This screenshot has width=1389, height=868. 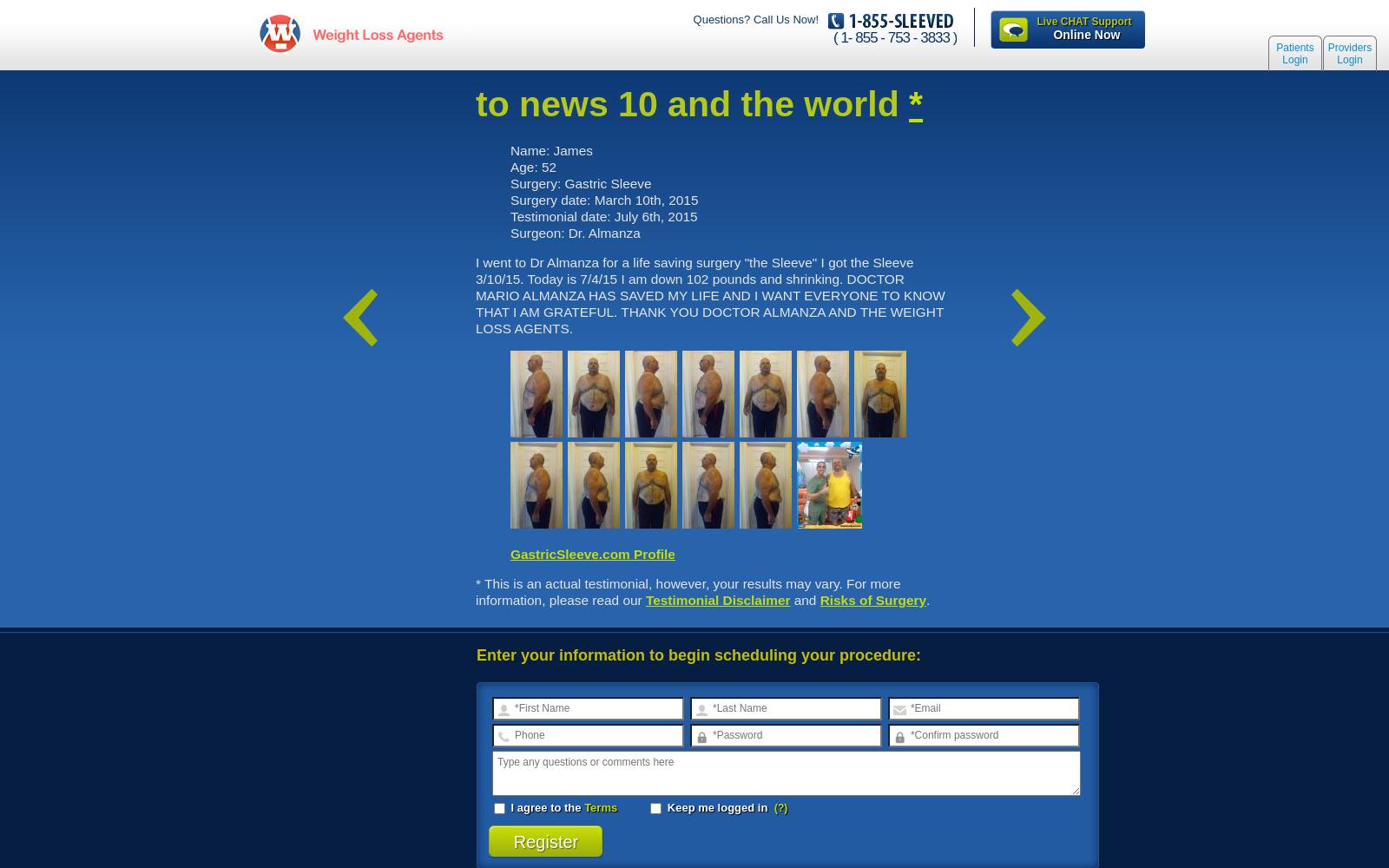 I want to click on 'Enter your information to begin scheduling your procedure:', so click(x=475, y=654).